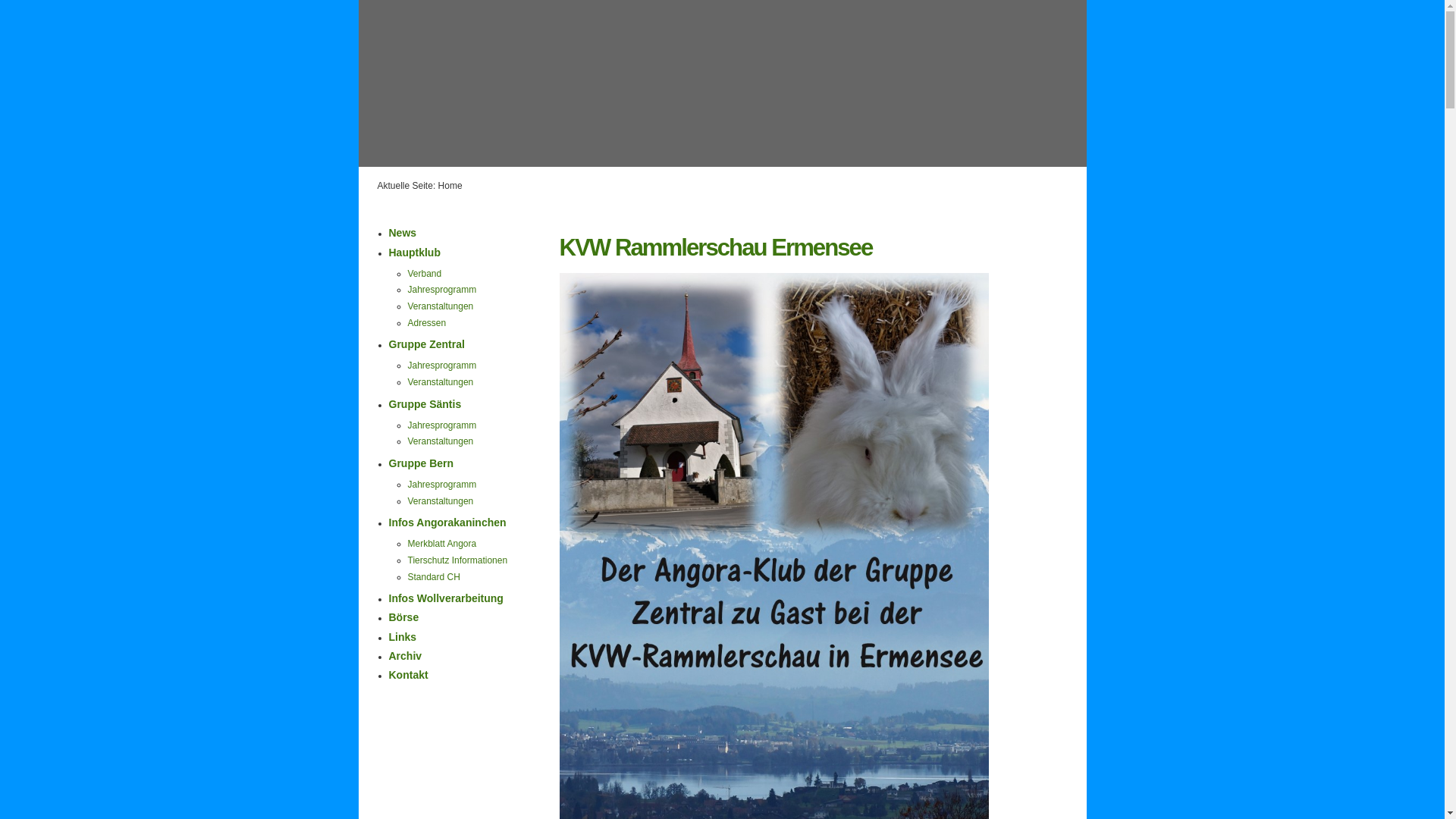  Describe the element at coordinates (407, 500) in the screenshot. I see `'Veranstaltungen'` at that location.